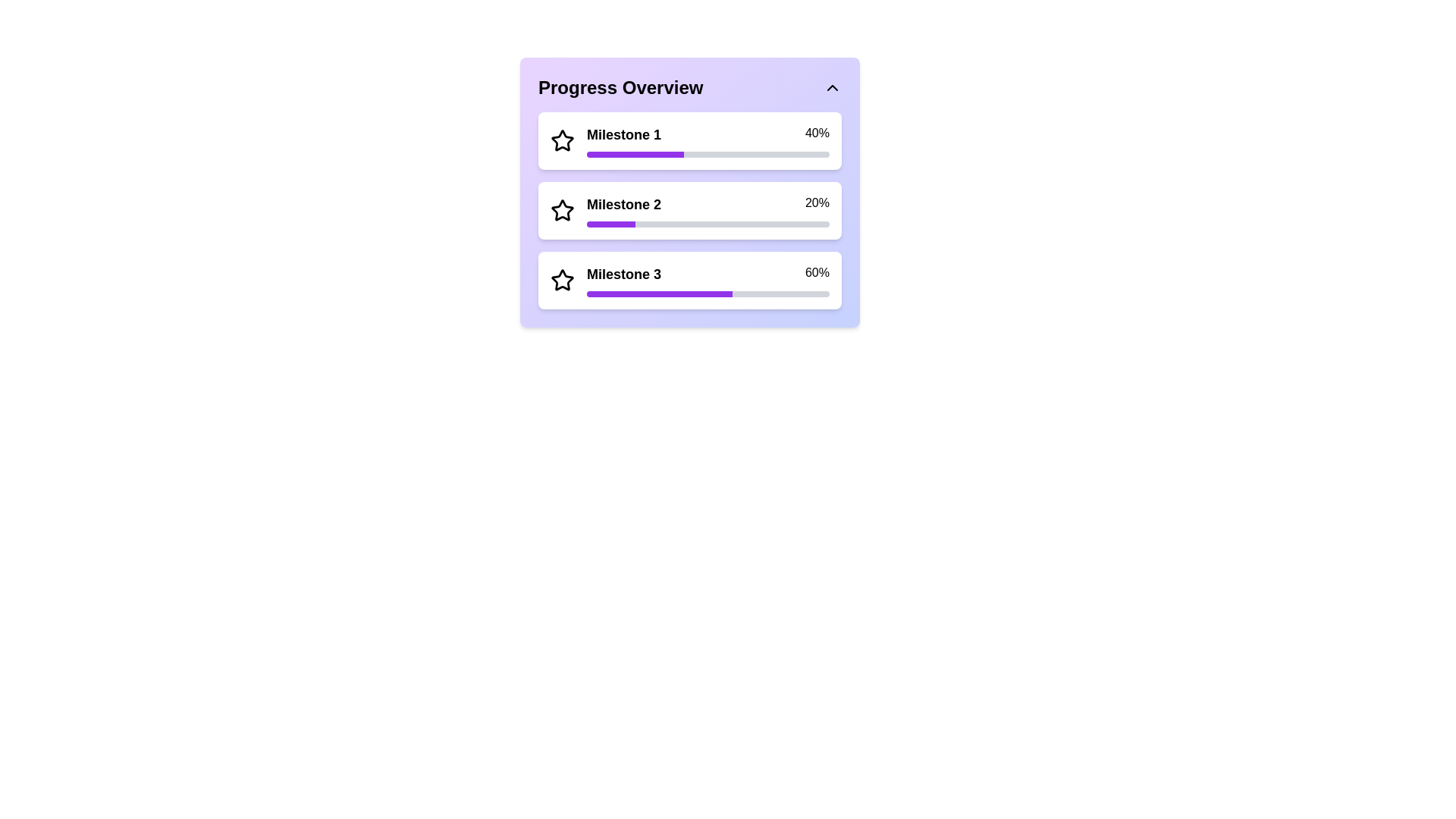 The image size is (1456, 819). What do you see at coordinates (624, 205) in the screenshot?
I see `the bolded text label reading 'Milestone 2', which is part of a row with a star icon to its left and a percentage label ('20%') to its right` at bounding box center [624, 205].